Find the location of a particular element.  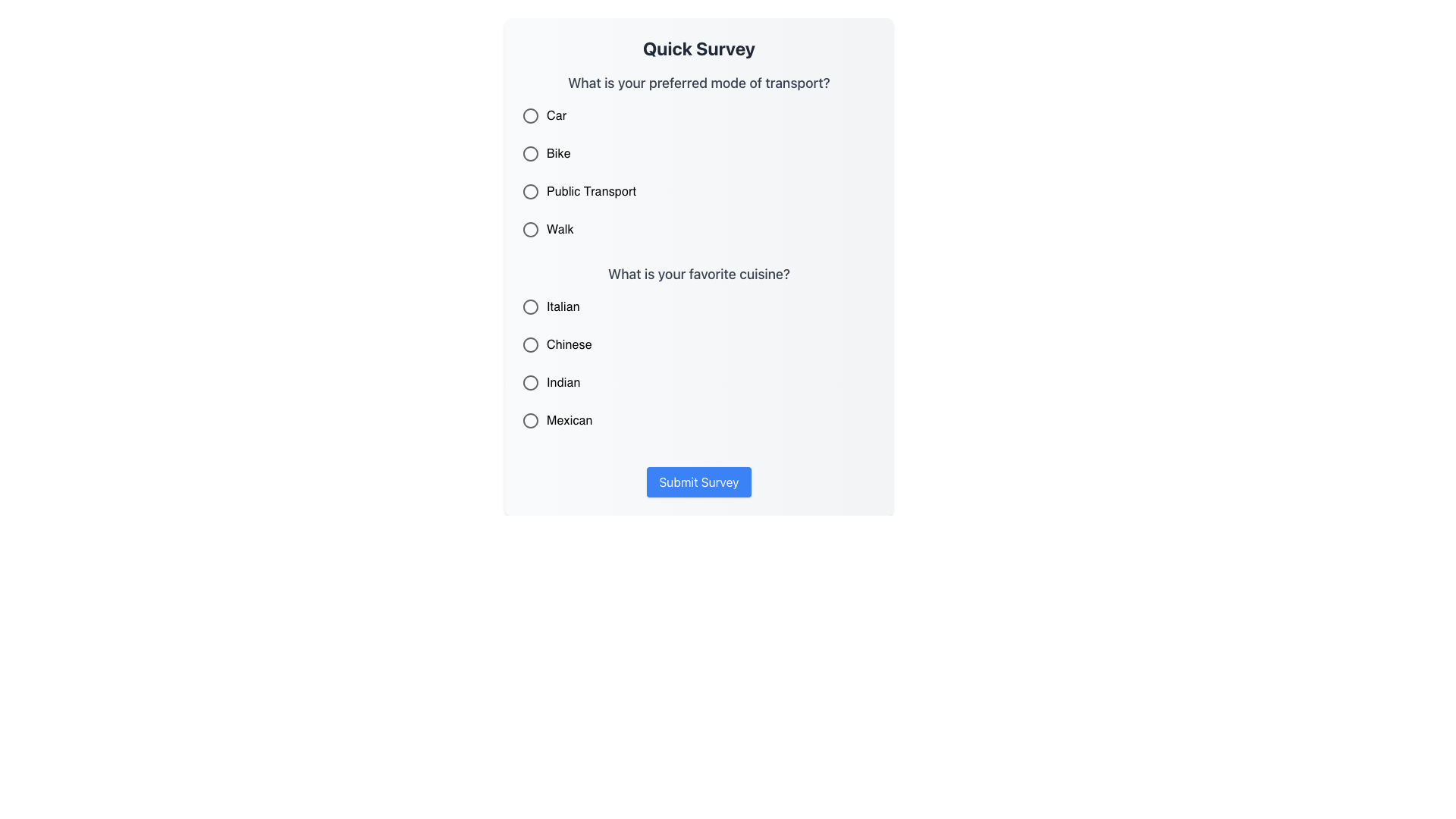

text from the label that describes the selection option 'Public Transport', located in the second column of options under the question 'What is your preferred mode of transport' is located at coordinates (591, 191).